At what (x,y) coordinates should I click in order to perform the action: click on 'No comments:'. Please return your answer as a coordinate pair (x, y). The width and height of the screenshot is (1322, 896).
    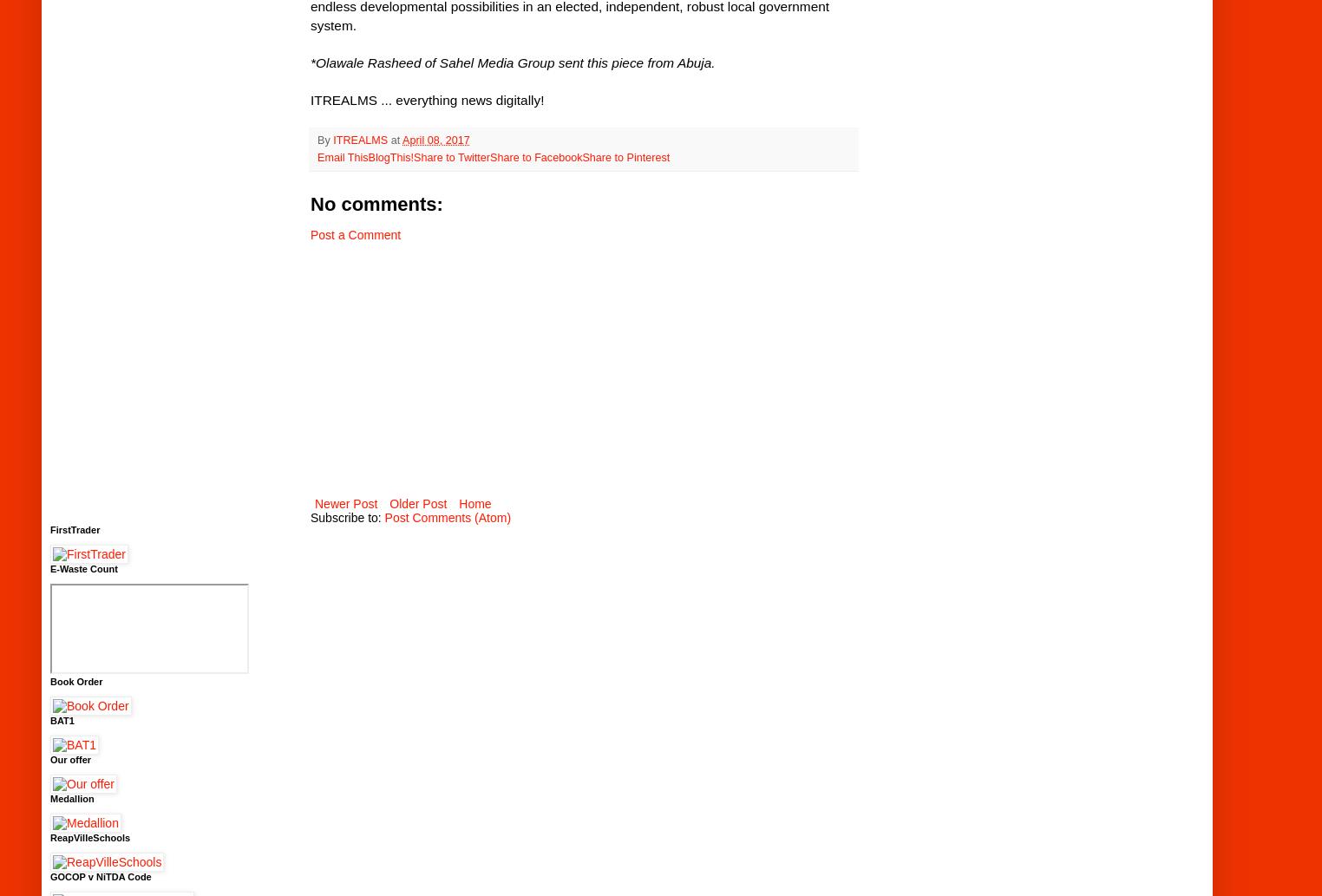
    Looking at the image, I should click on (310, 202).